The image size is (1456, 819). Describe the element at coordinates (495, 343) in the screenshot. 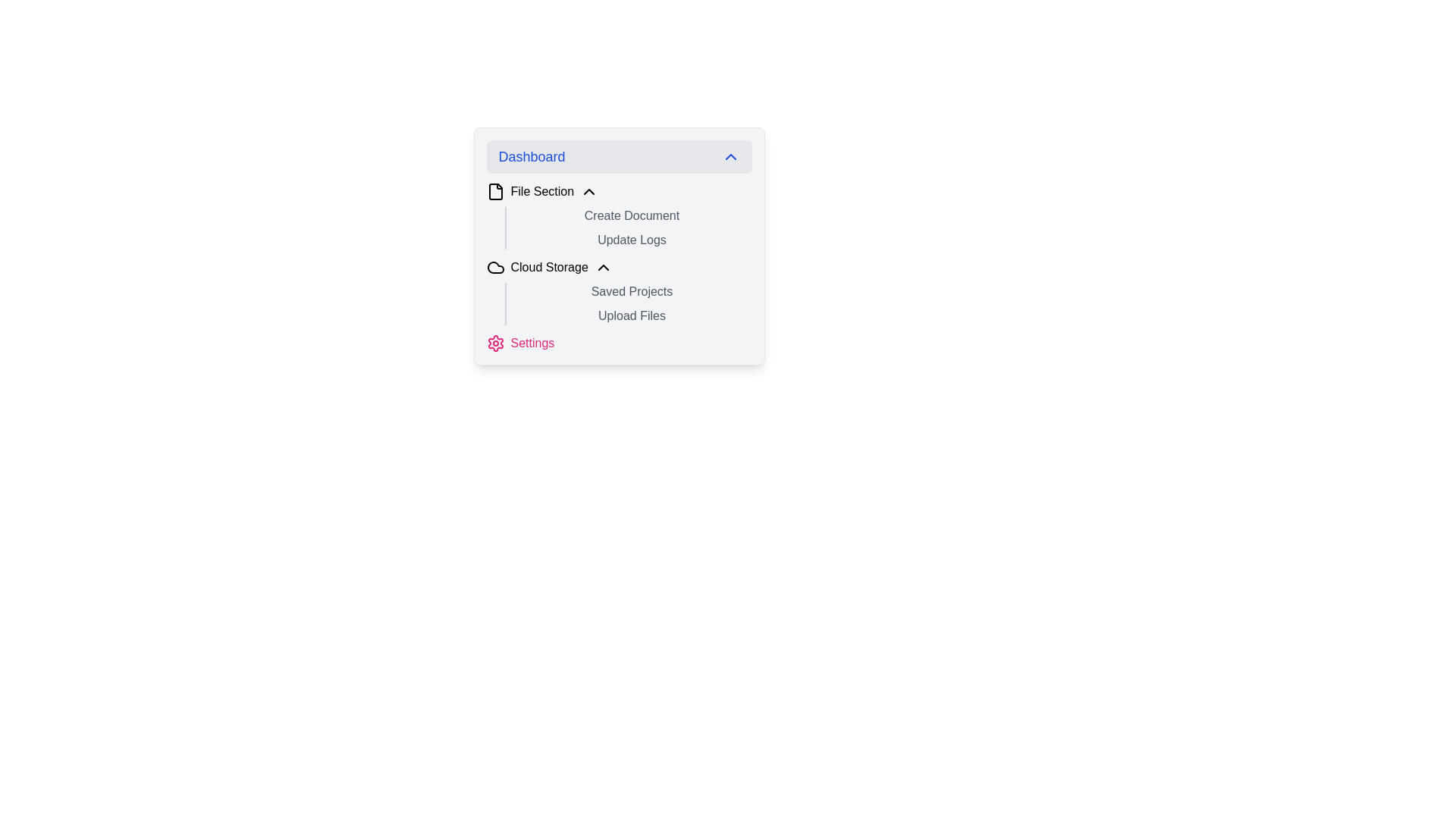

I see `the bold pink gear icon located to the left of the 'Settings' label in the vertical menu` at that location.